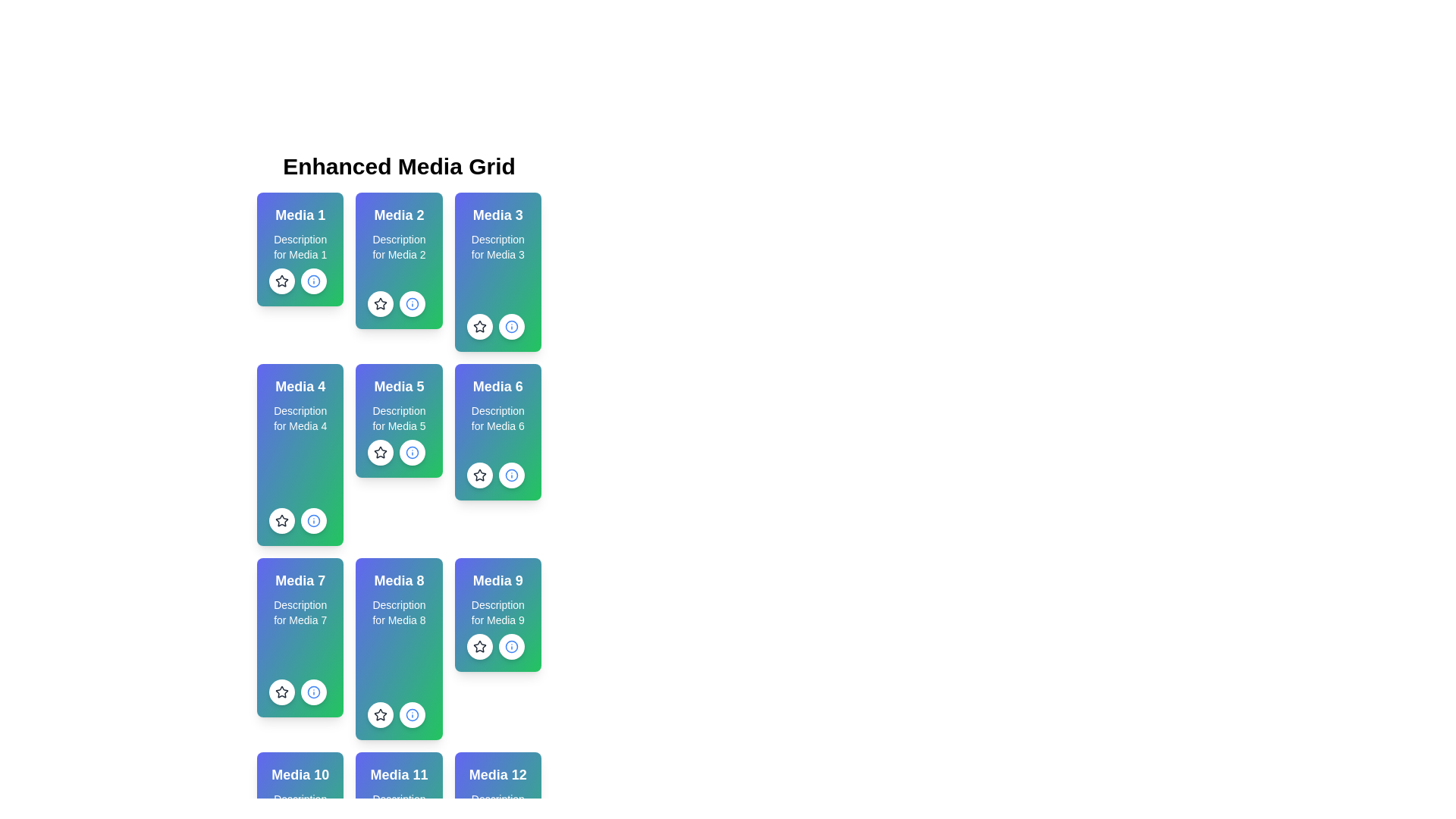 The image size is (1456, 819). Describe the element at coordinates (413, 714) in the screenshot. I see `the blue circular icon with an 'i' symbol located in the bottom-right corner of the card labeled 'Media 8'` at that location.